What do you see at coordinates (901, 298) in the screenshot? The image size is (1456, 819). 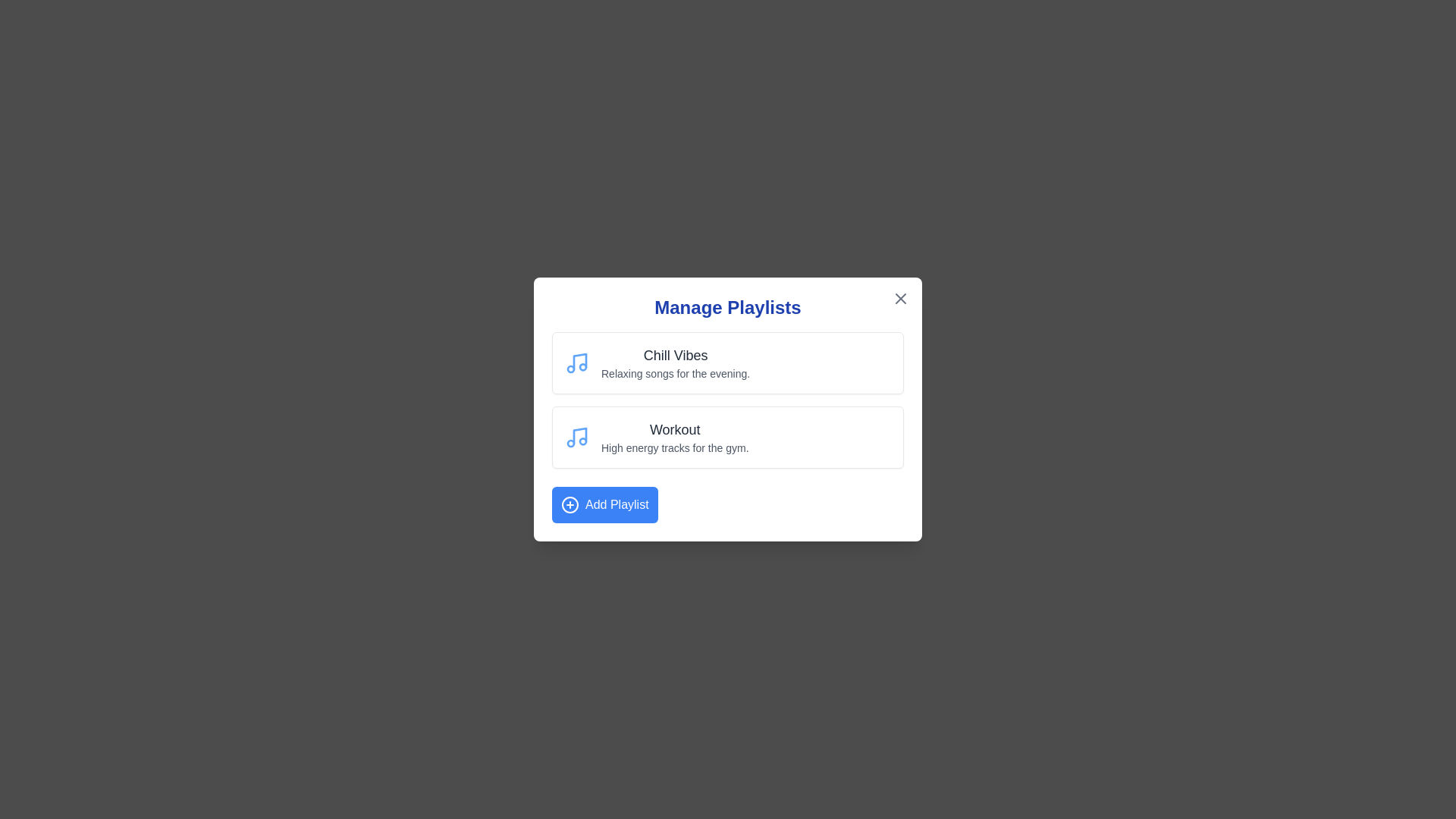 I see `the small 'X' icon close button located in the top-right corner of the modal window` at bounding box center [901, 298].